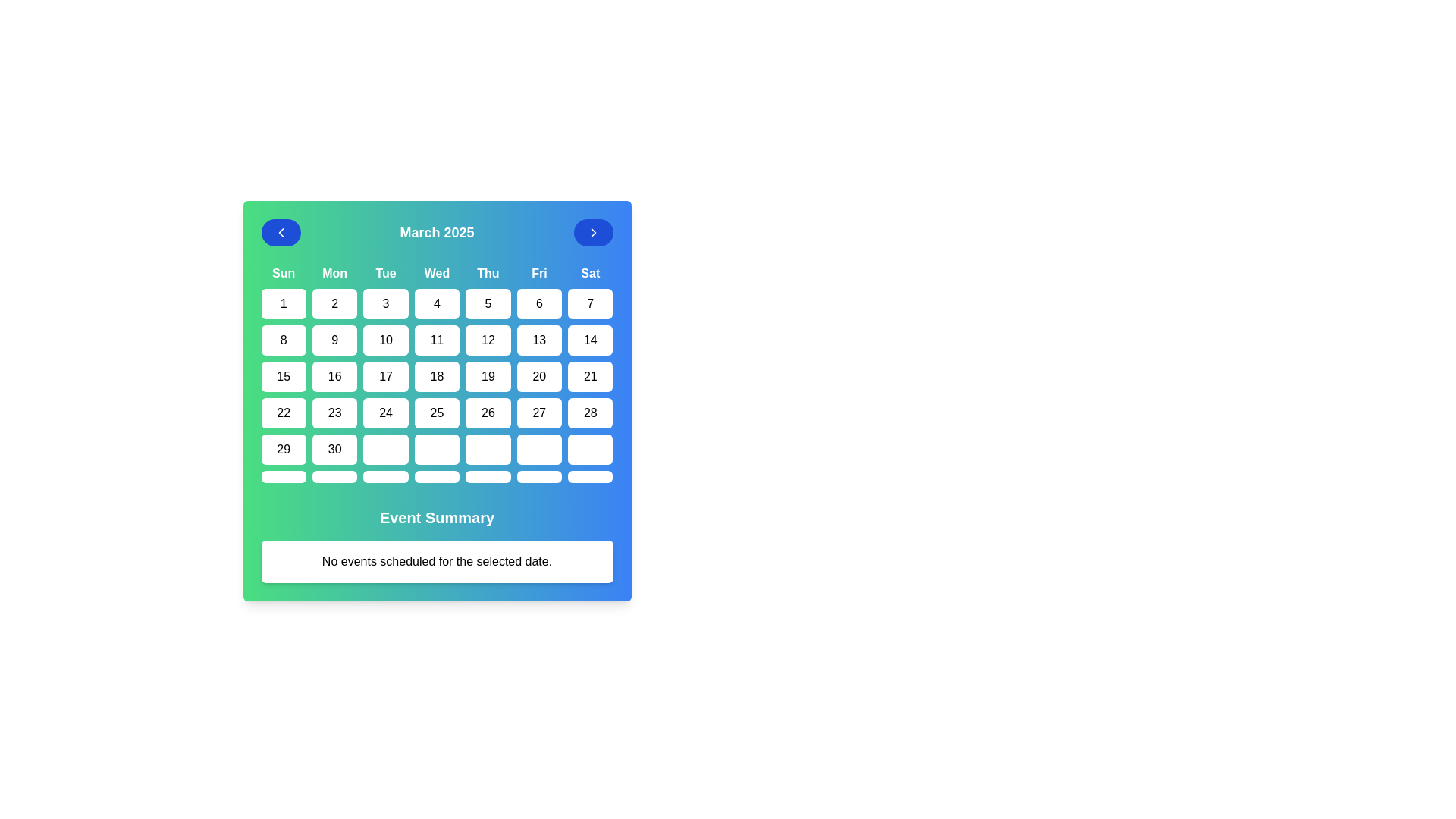 The image size is (1456, 819). What do you see at coordinates (436, 374) in the screenshot?
I see `a date cell in the Calendar Grid for March 2025, which features rounded white background cells with black text and hover effects in greenish tone` at bounding box center [436, 374].